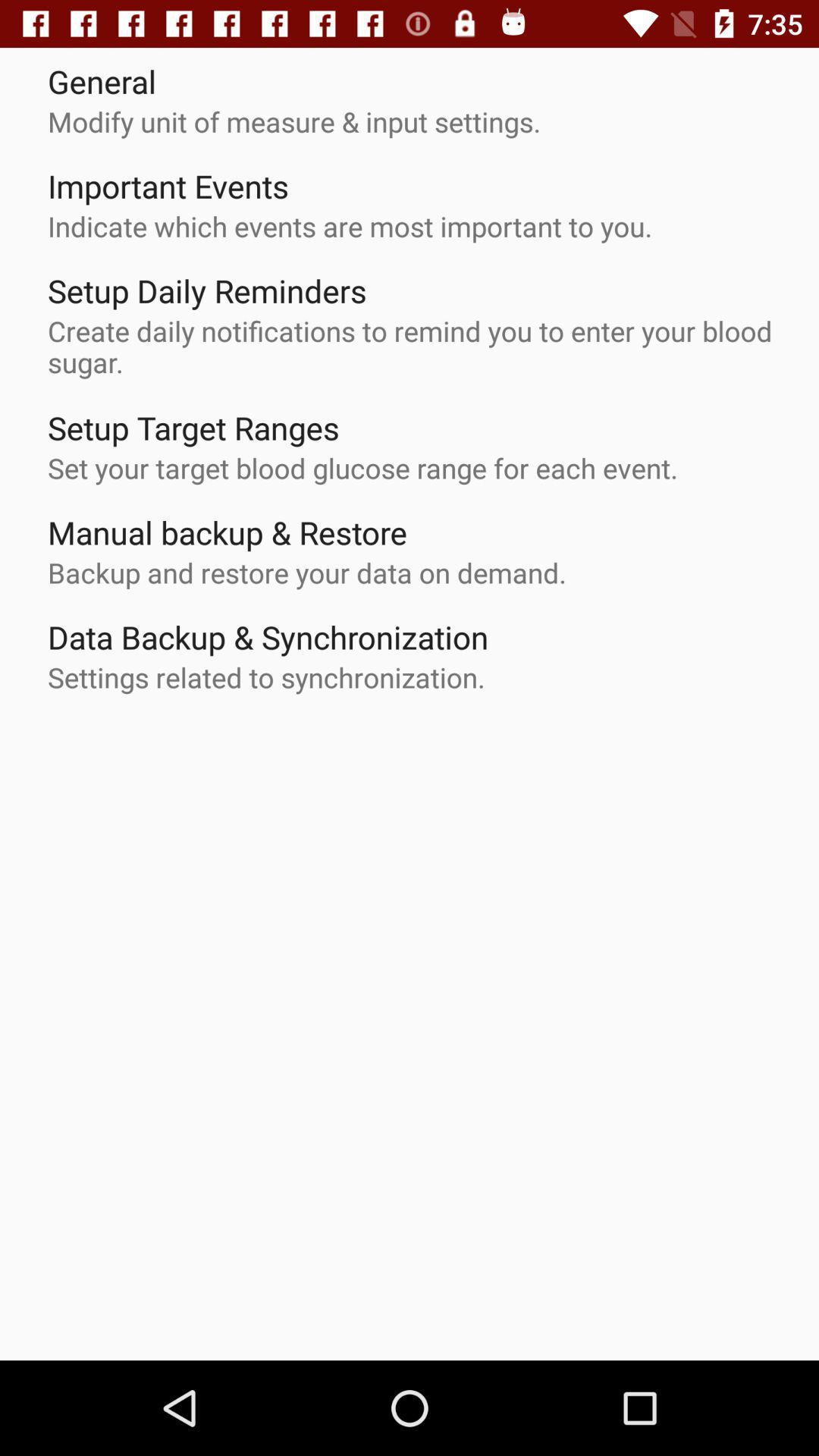 This screenshot has height=1456, width=819. Describe the element at coordinates (417, 346) in the screenshot. I see `the create daily notifications icon` at that location.